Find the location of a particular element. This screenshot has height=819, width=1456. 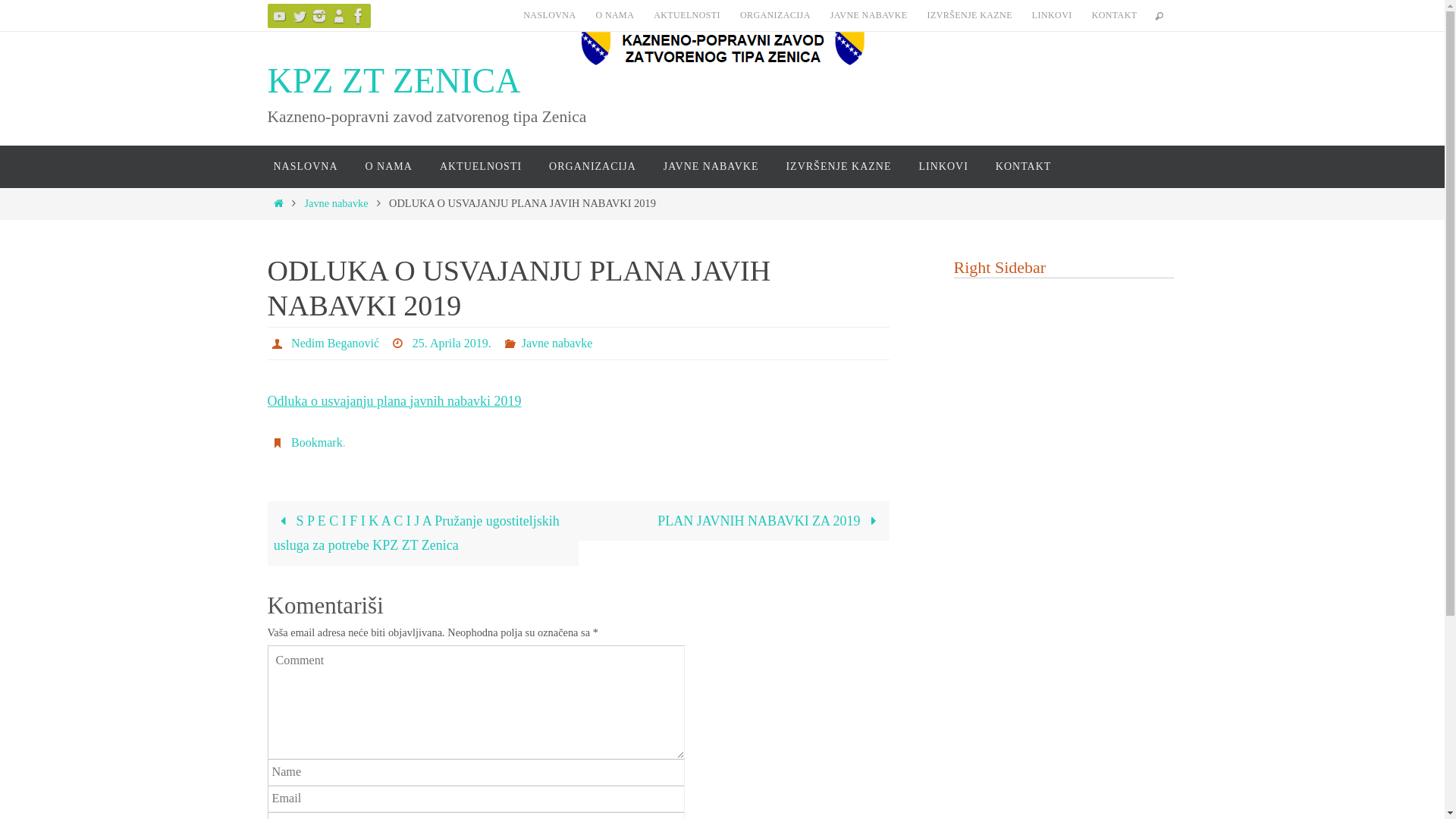

'AKTUELNOSTI' is located at coordinates (479, 166).